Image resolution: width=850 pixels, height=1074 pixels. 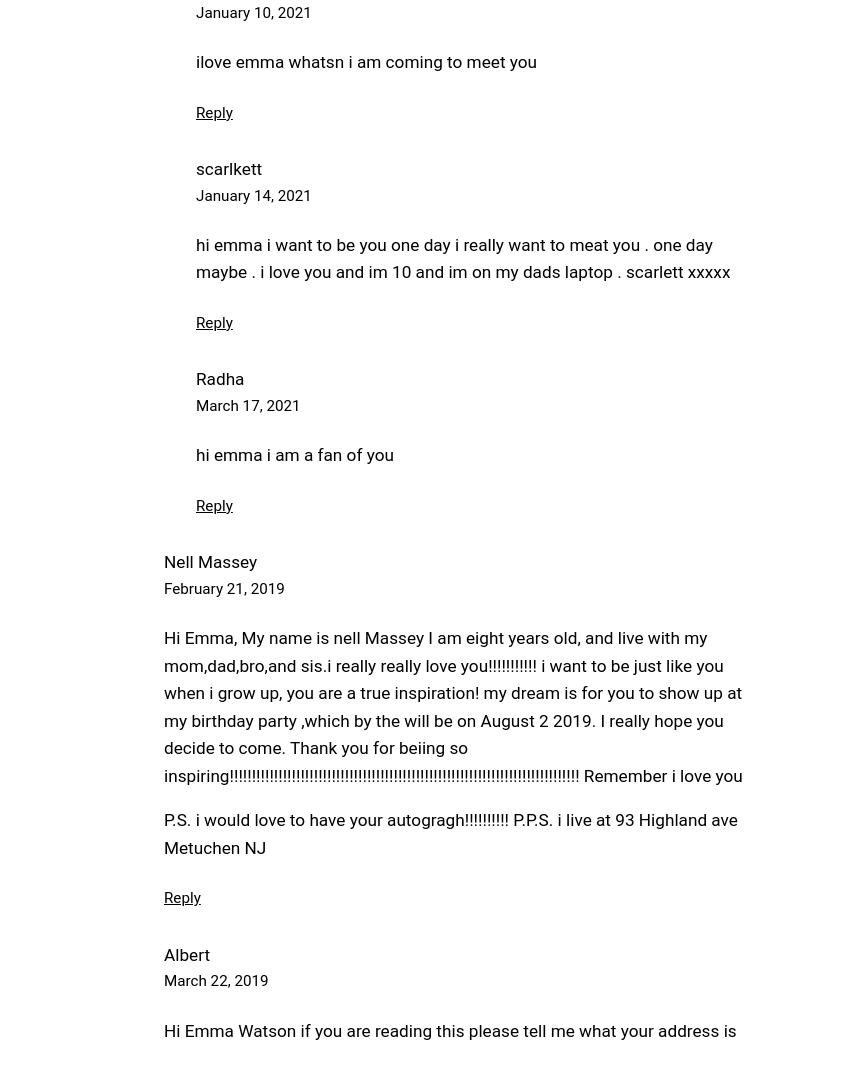 I want to click on 'scarlkett', so click(x=195, y=169).